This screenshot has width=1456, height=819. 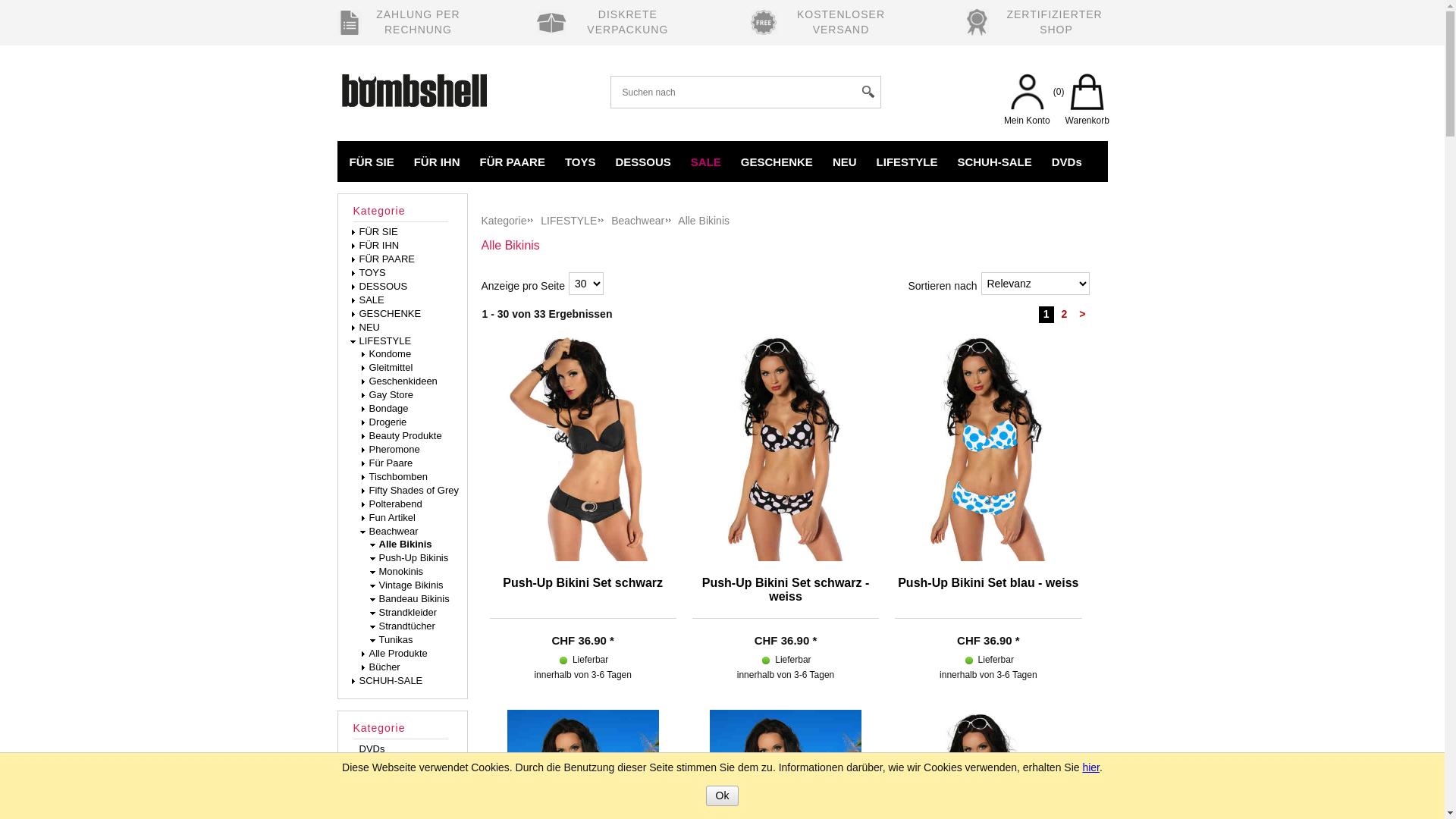 What do you see at coordinates (1087, 106) in the screenshot?
I see `'Warenkorb'` at bounding box center [1087, 106].